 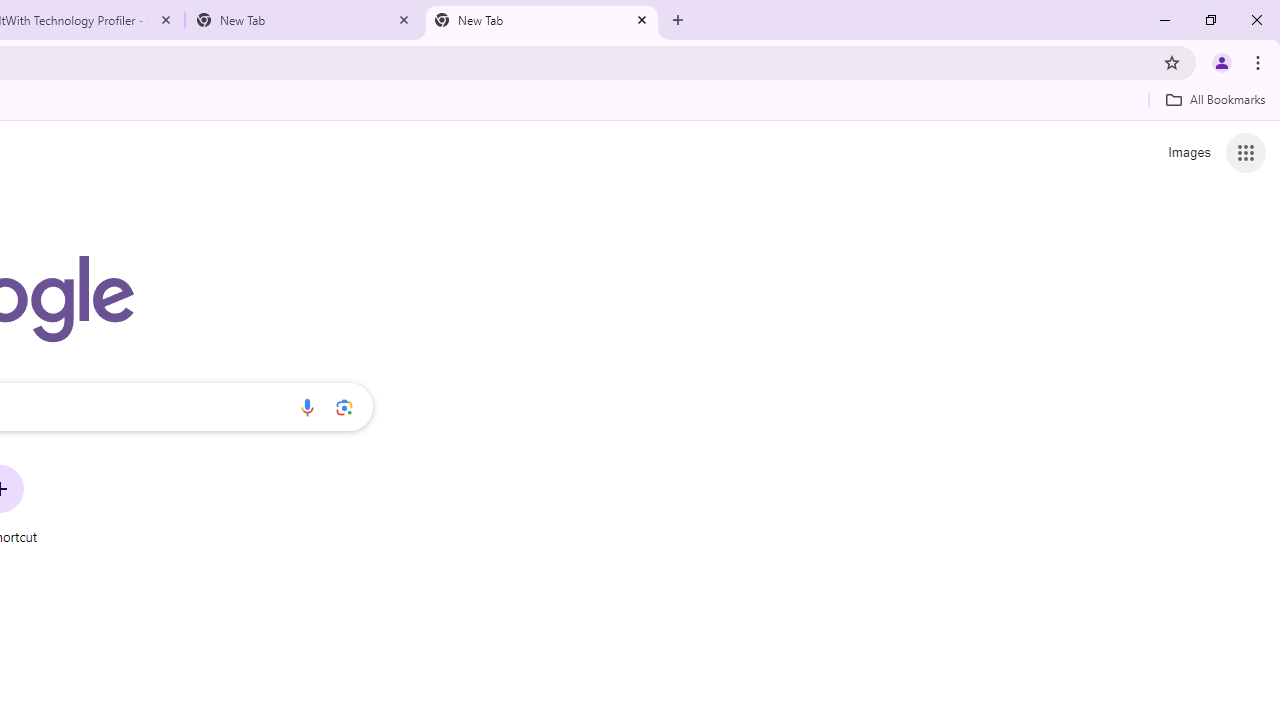 What do you see at coordinates (344, 406) in the screenshot?
I see `'Search by image'` at bounding box center [344, 406].